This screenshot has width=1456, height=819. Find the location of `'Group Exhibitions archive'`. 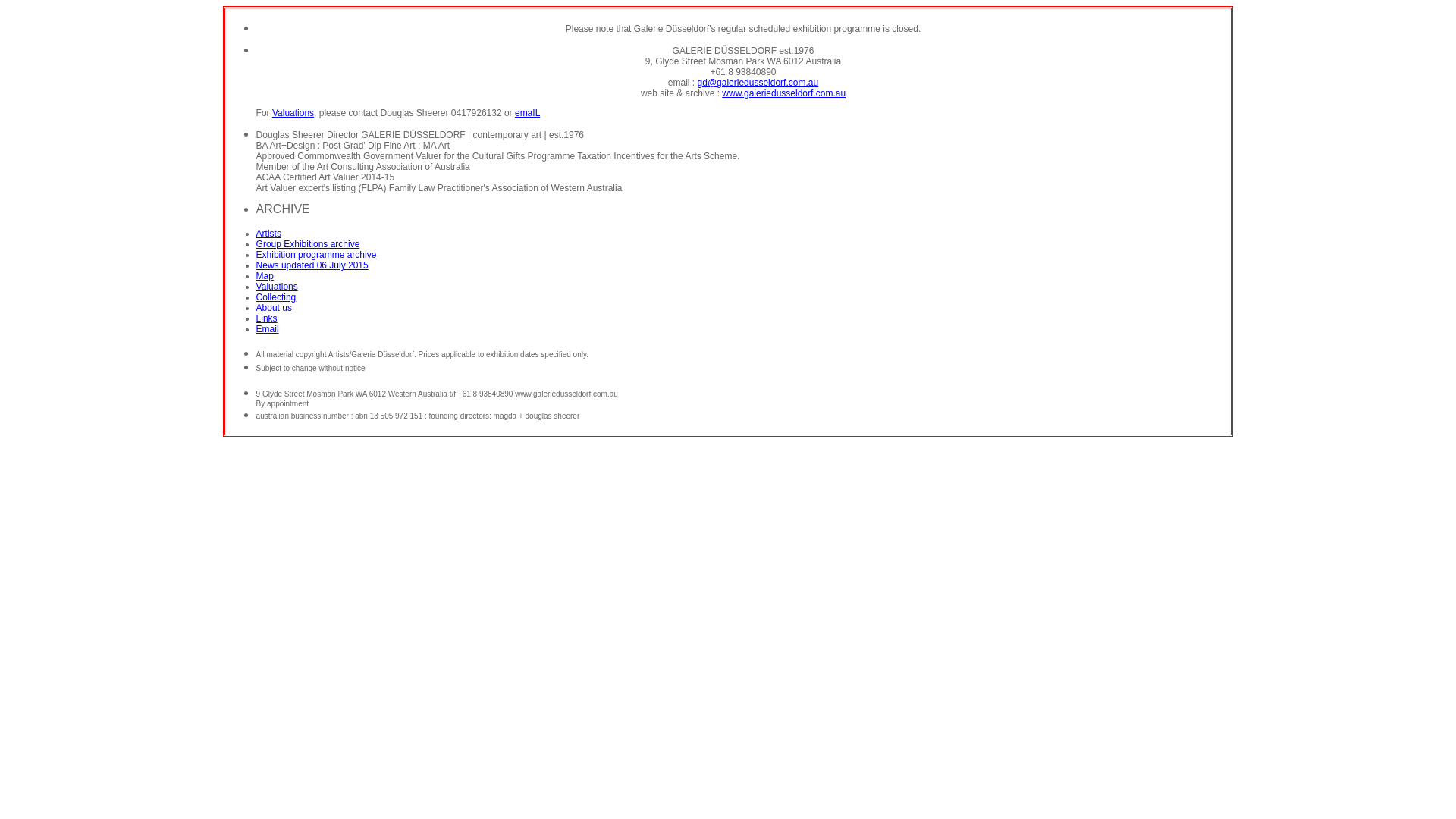

'Group Exhibitions archive' is located at coordinates (307, 243).